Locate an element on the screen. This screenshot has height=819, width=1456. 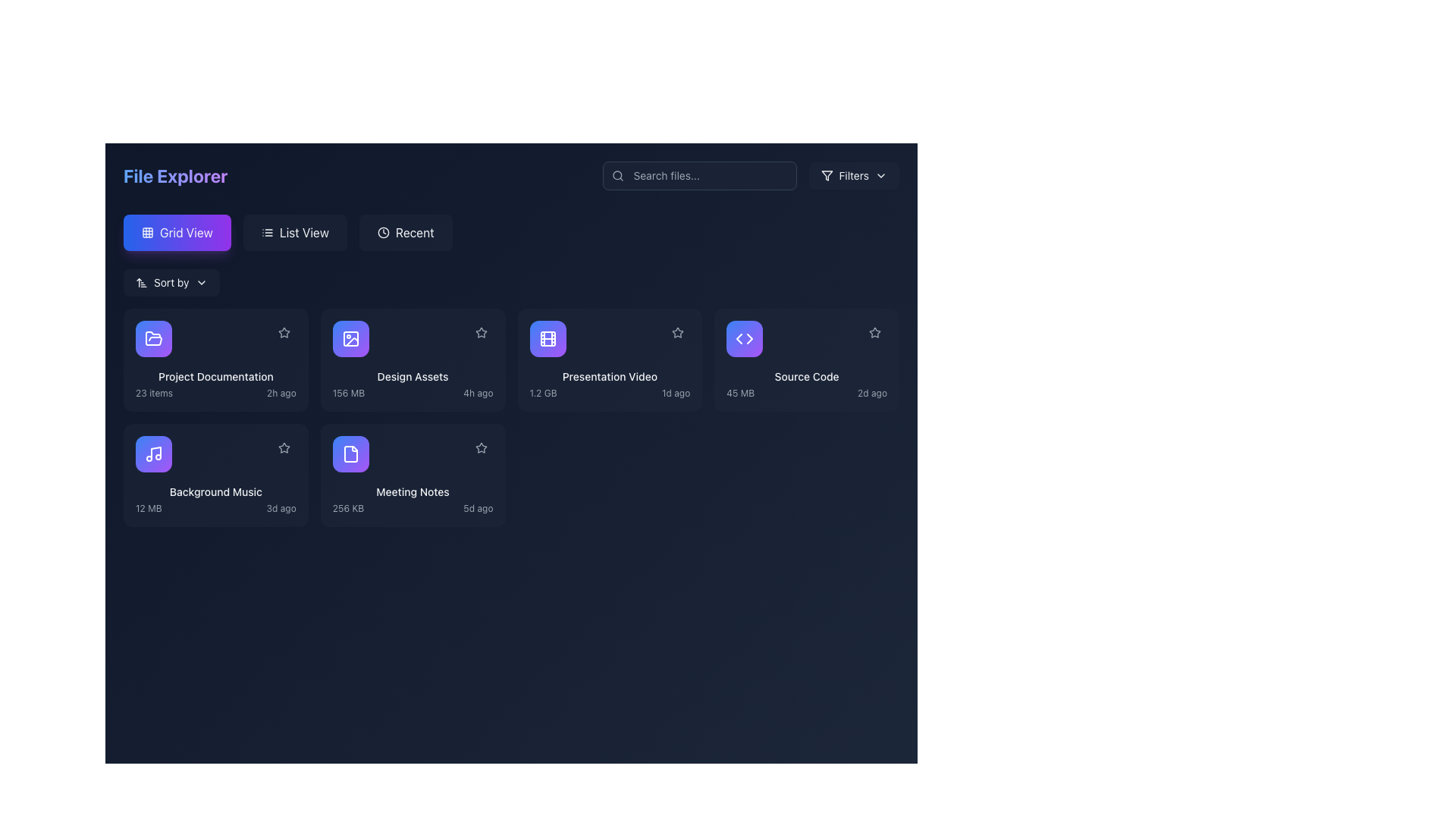
the Dropdown menu trigger located on the upper-right side of the File Explorer toolbar, adjacent to the search input field is located at coordinates (750, 174).